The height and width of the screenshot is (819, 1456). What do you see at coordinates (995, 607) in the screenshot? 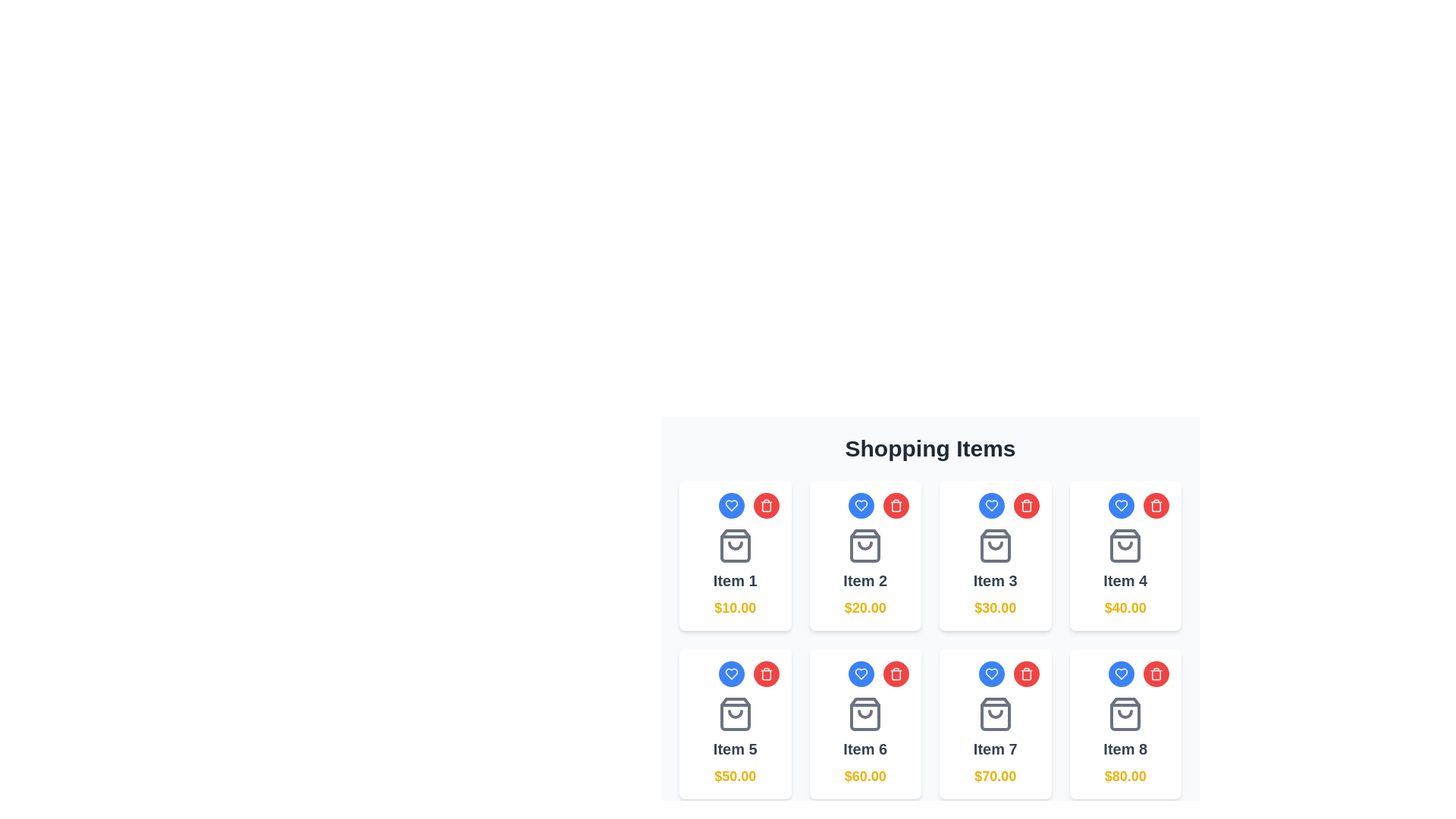
I see `the price element displaying '$30.00' in bold yellow font located below the label of 'Item 3'` at bounding box center [995, 607].